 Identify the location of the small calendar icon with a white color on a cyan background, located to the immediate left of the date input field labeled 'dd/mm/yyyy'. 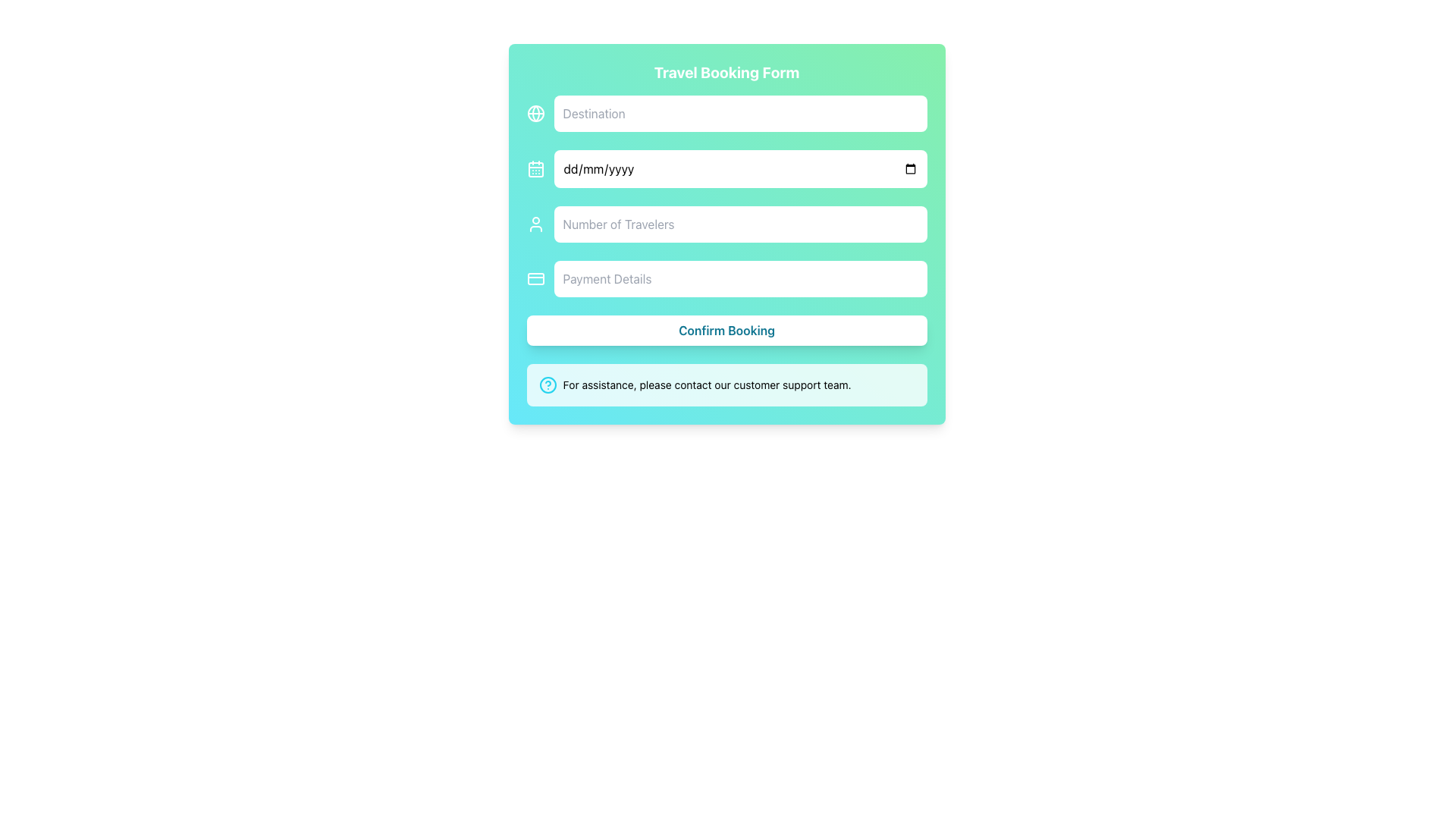
(535, 169).